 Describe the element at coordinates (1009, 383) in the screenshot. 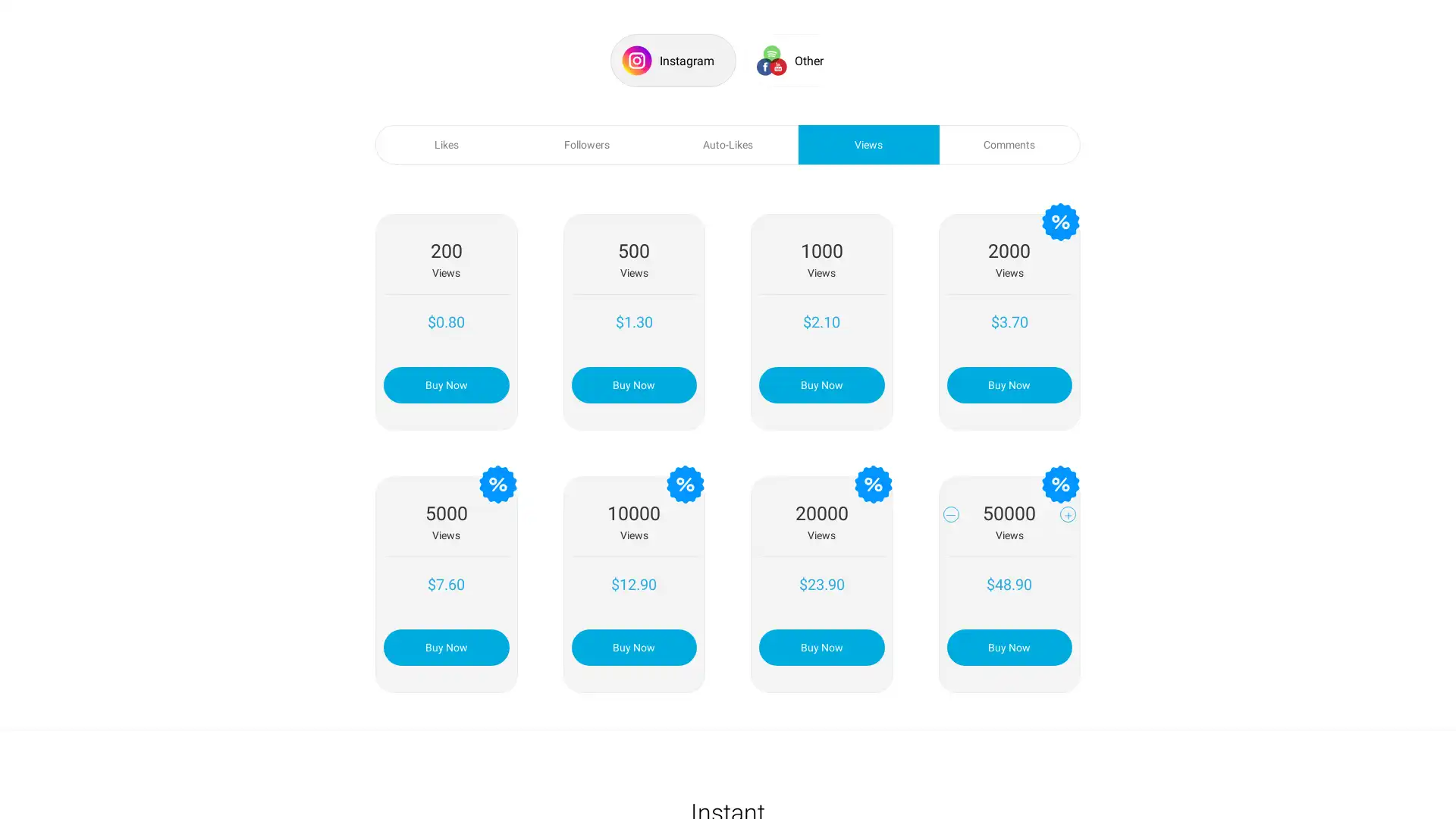

I see `Buy Now` at that location.